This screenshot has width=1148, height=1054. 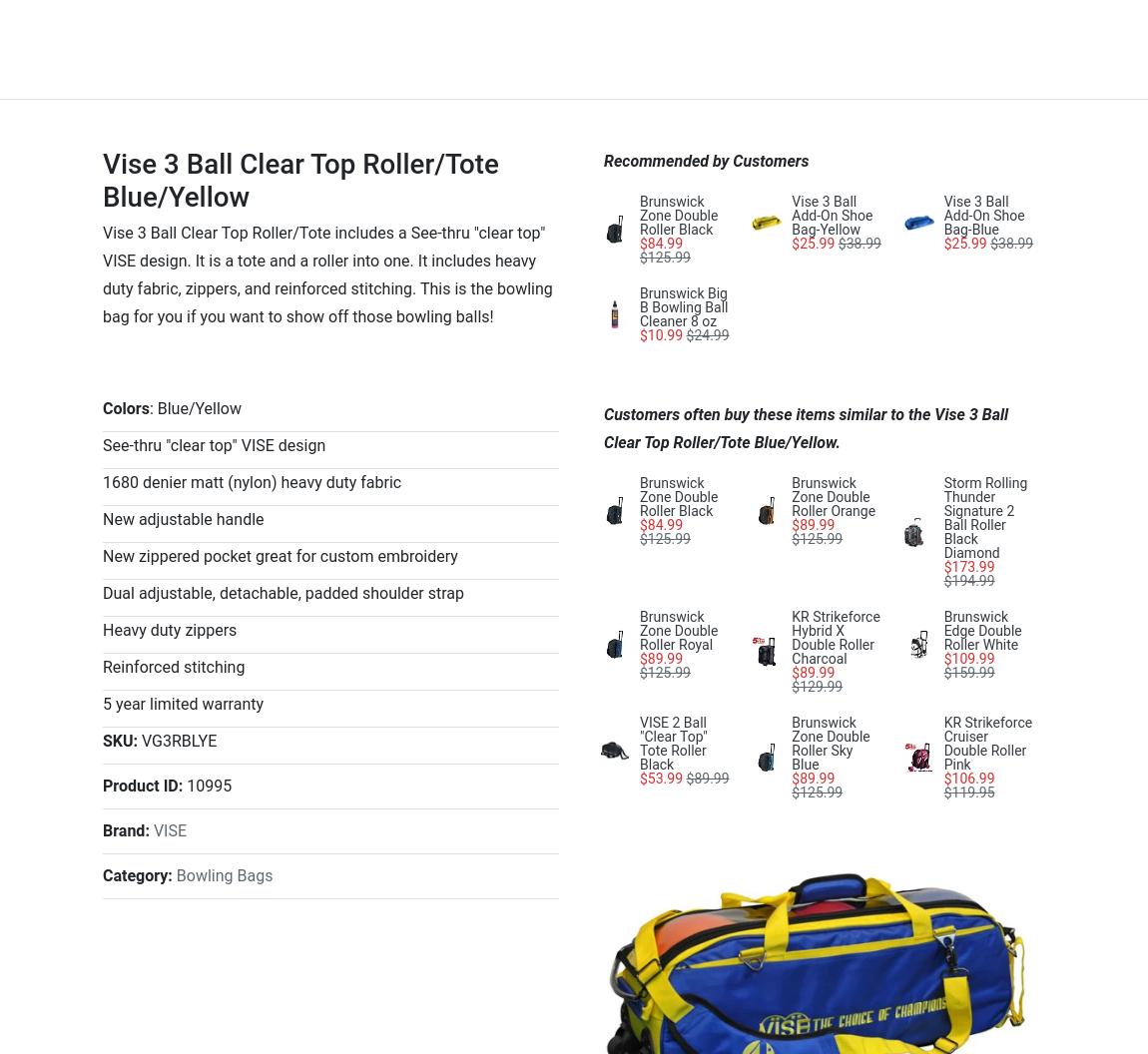 I want to click on 'Dual adjustable, detachable, padded shoulder strap', so click(x=283, y=592).